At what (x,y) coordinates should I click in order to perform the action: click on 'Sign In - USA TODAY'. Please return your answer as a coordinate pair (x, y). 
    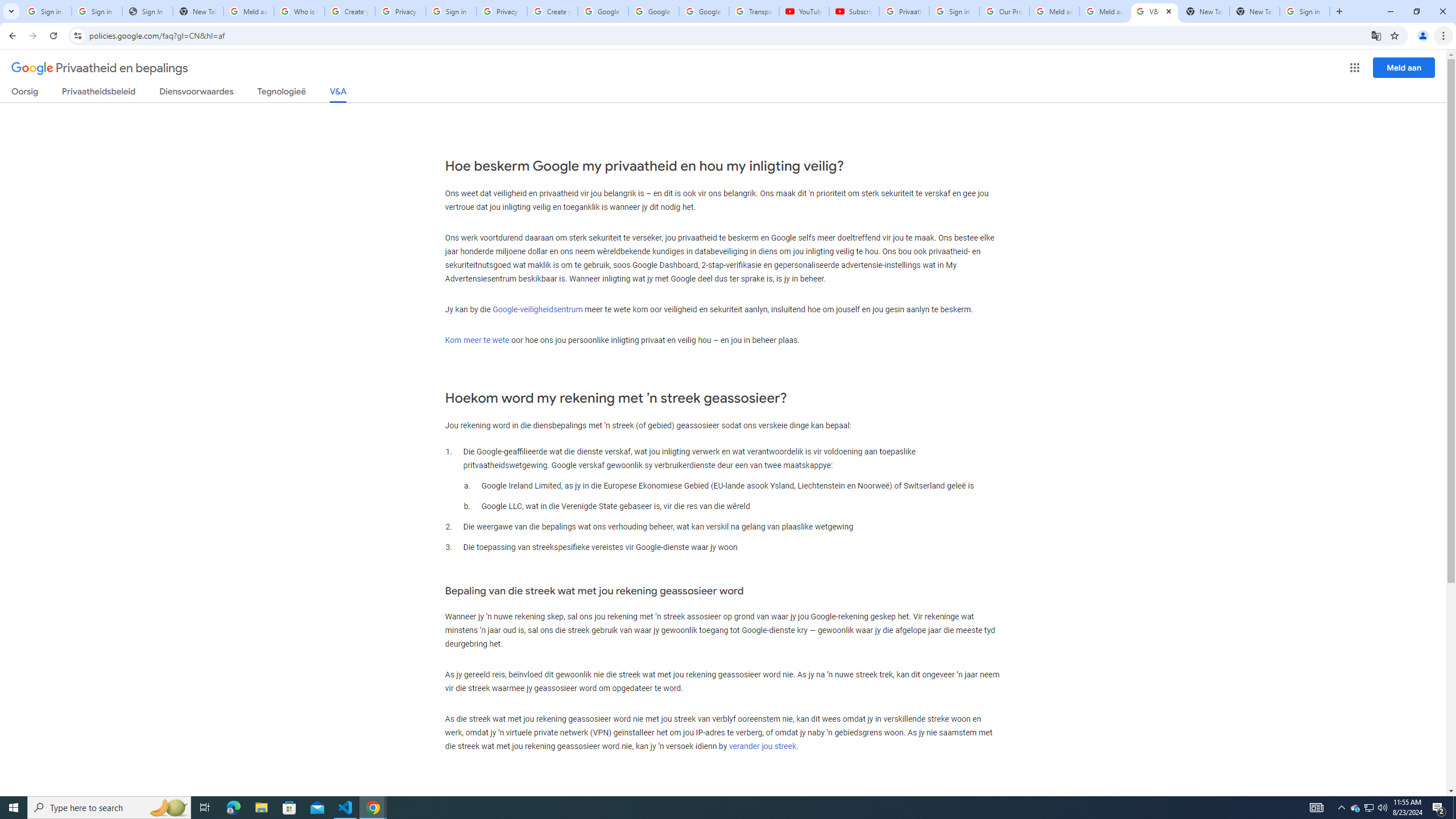
    Looking at the image, I should click on (146, 11).